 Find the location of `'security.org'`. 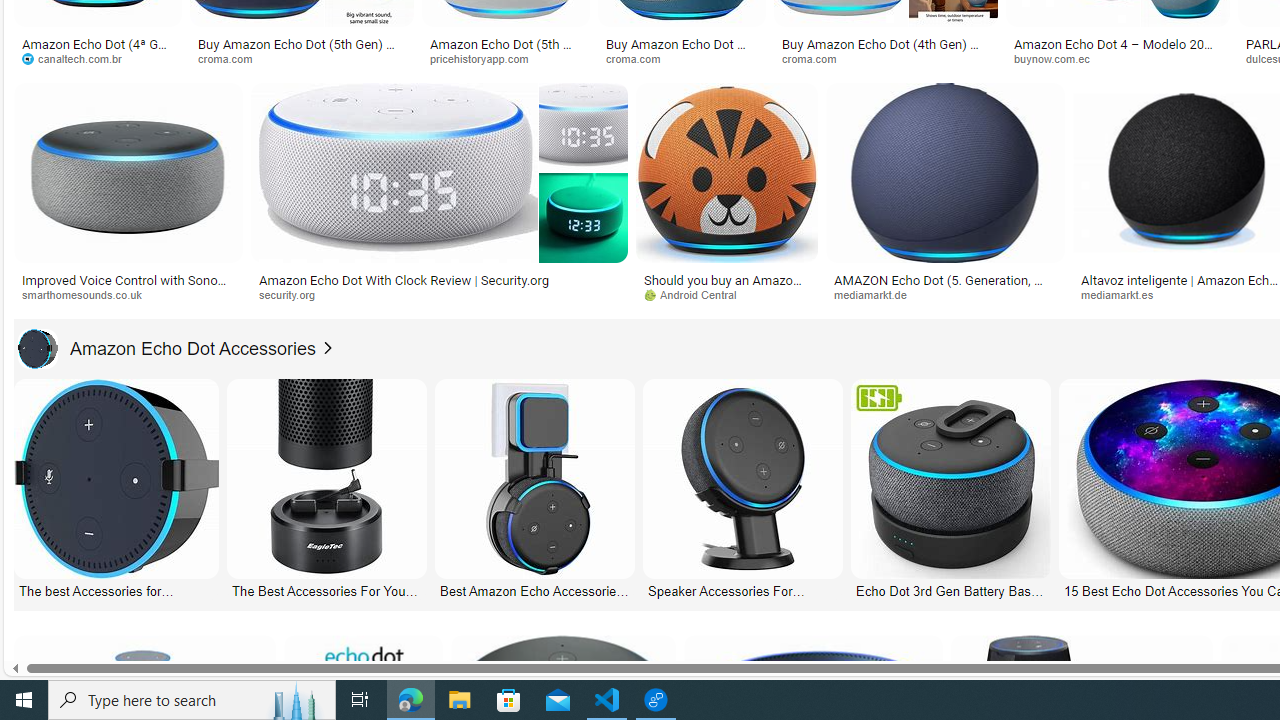

'security.org' is located at coordinates (438, 295).